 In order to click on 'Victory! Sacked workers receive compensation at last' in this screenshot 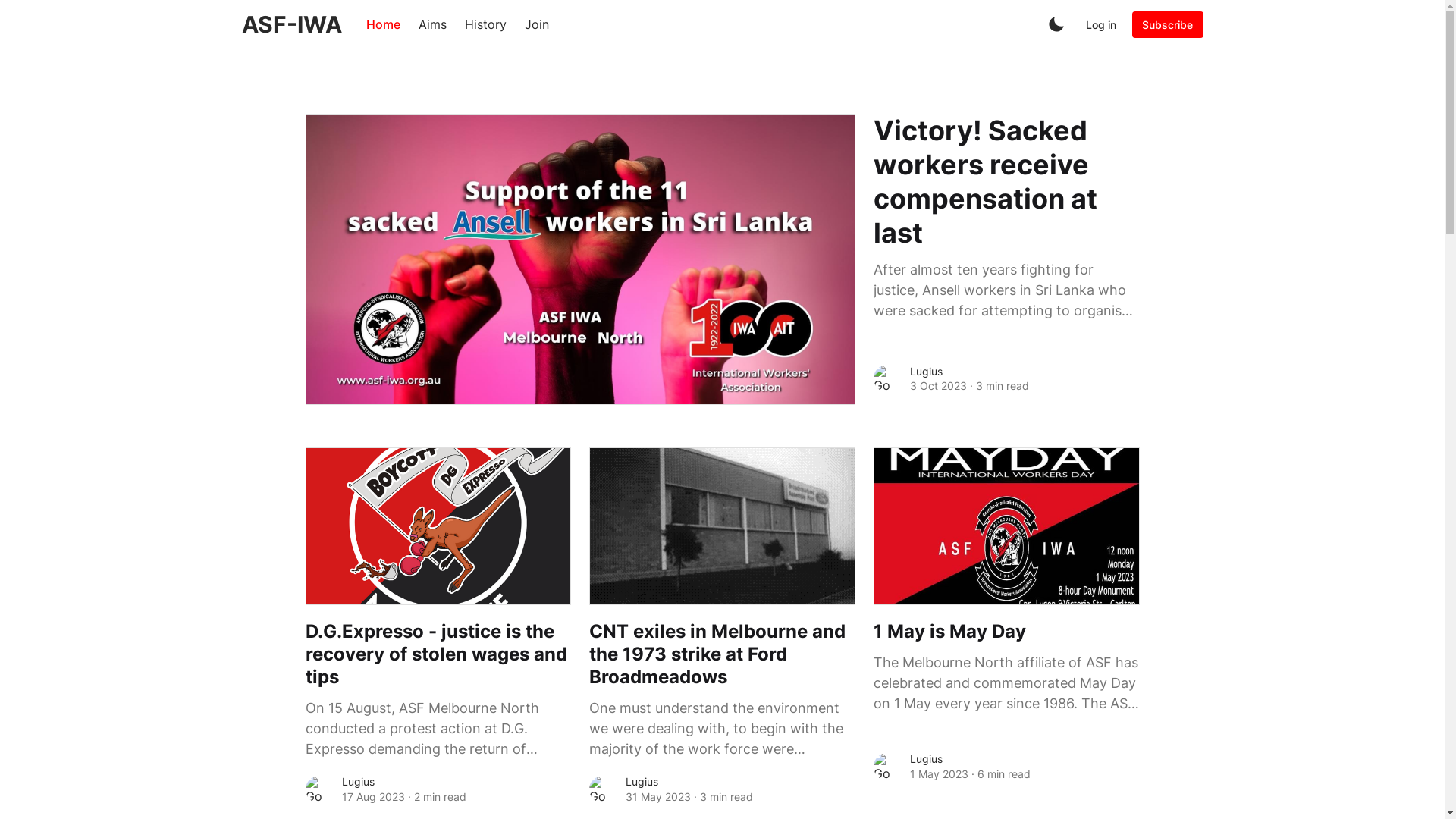, I will do `click(1006, 180)`.